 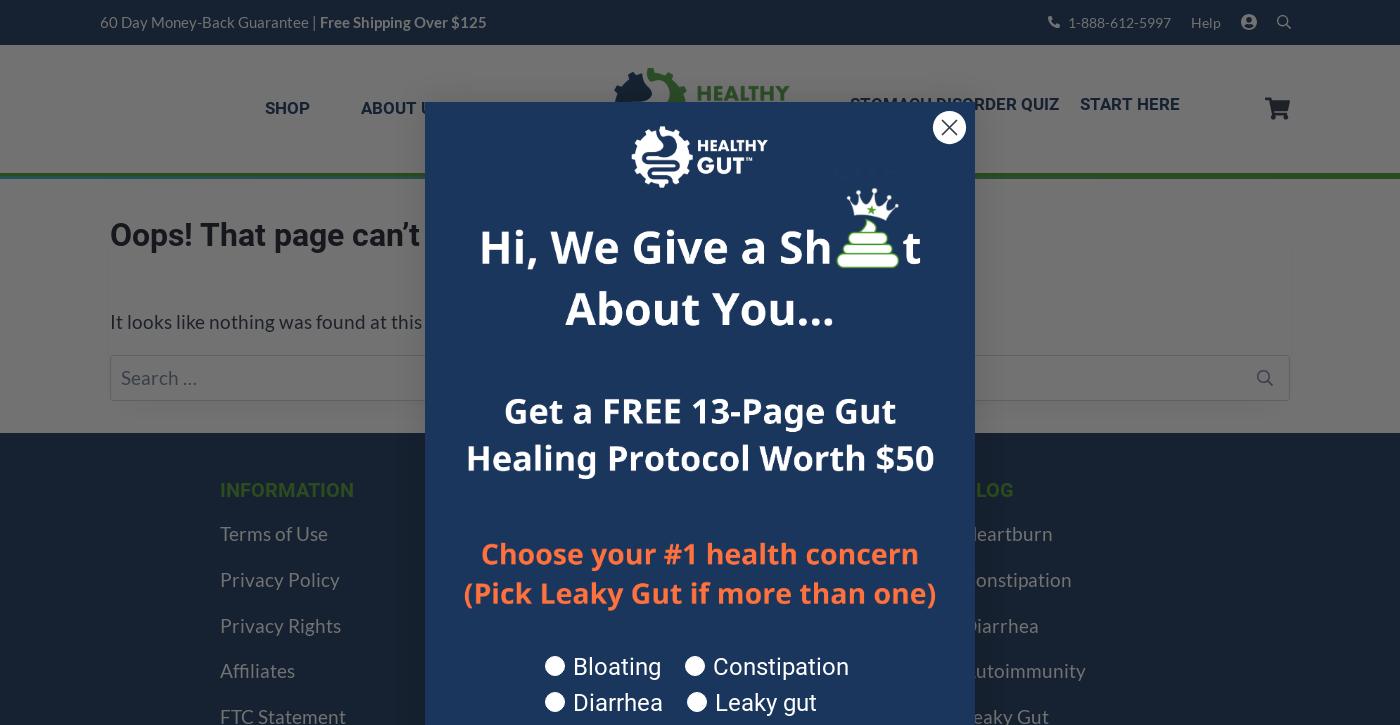 What do you see at coordinates (1016, 578) in the screenshot?
I see `'Constipation'` at bounding box center [1016, 578].